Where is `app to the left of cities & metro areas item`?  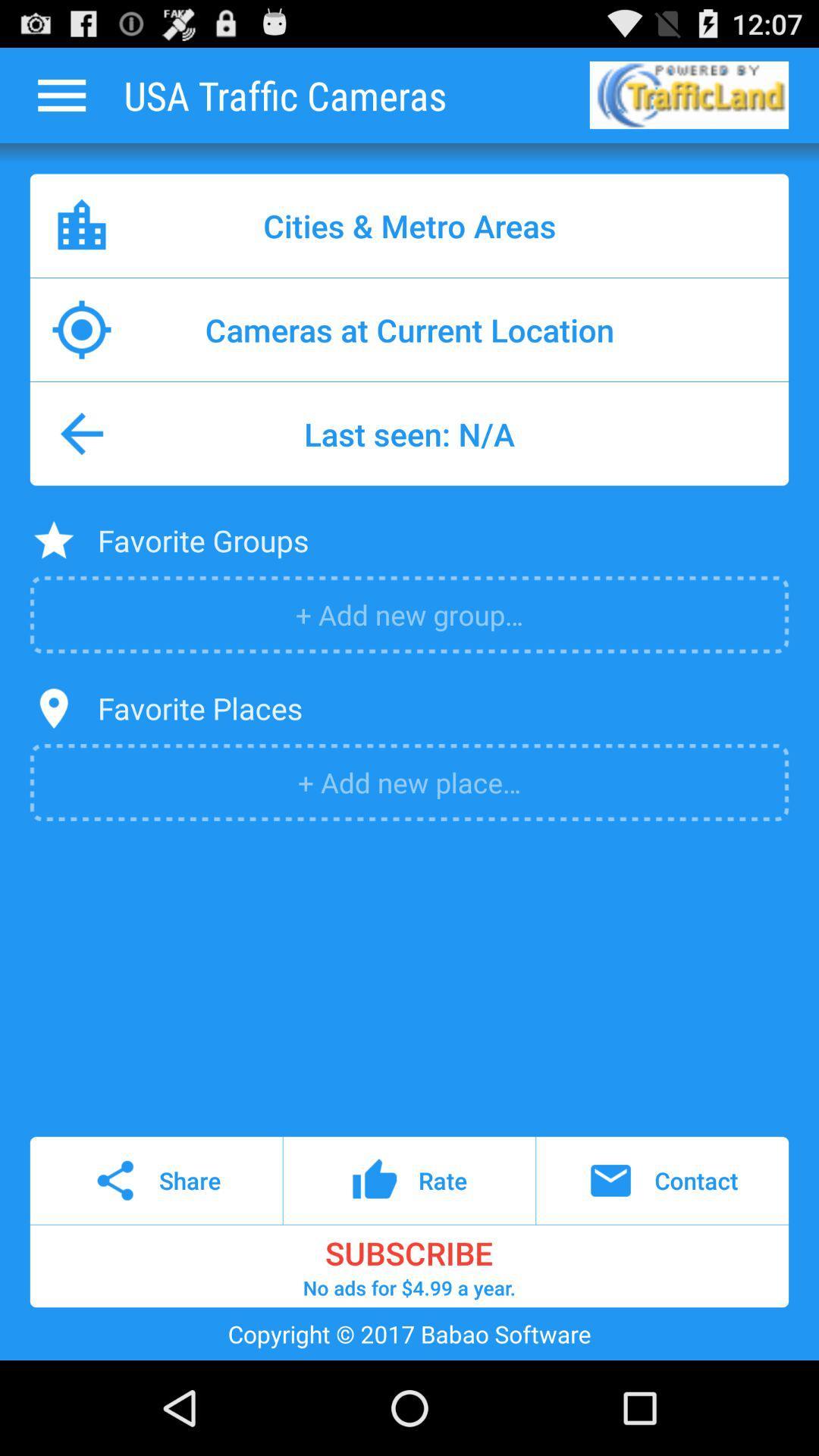
app to the left of cities & metro areas item is located at coordinates (82, 224).